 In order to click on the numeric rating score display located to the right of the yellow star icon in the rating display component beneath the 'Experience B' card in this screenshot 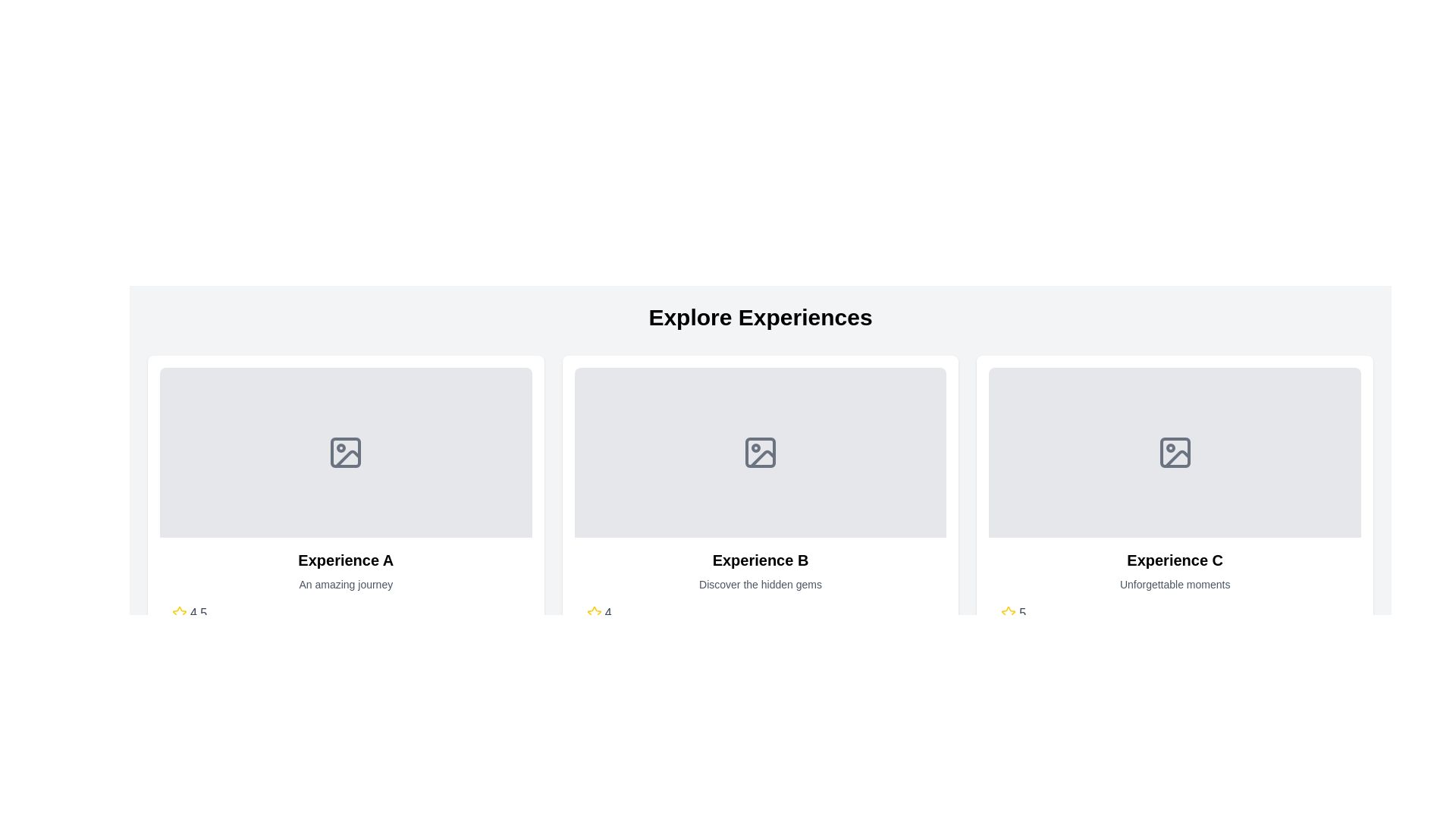, I will do `click(608, 613)`.